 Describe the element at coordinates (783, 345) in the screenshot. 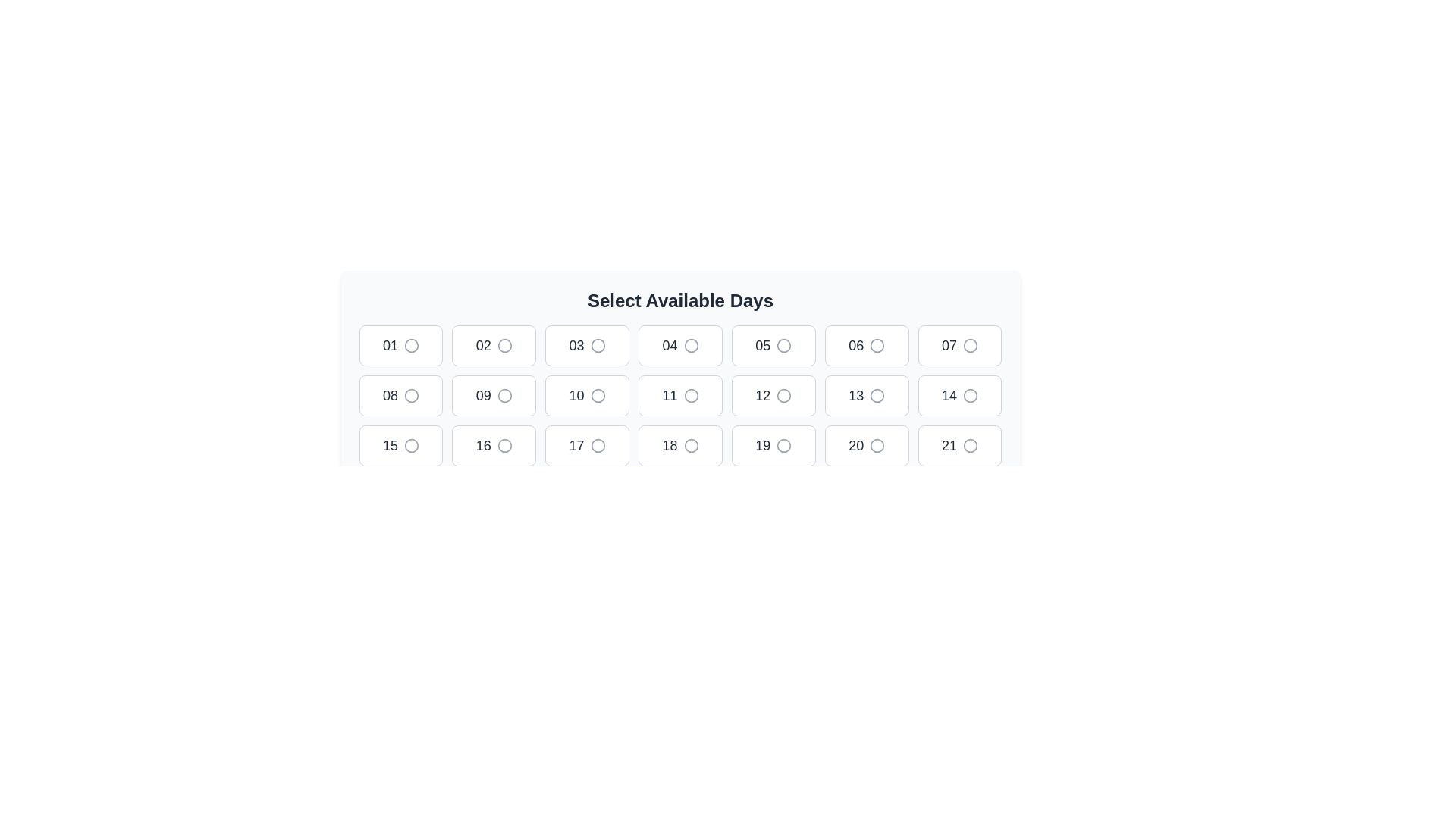

I see `the circular radio button associated with the number '05' in the selection grid` at that location.